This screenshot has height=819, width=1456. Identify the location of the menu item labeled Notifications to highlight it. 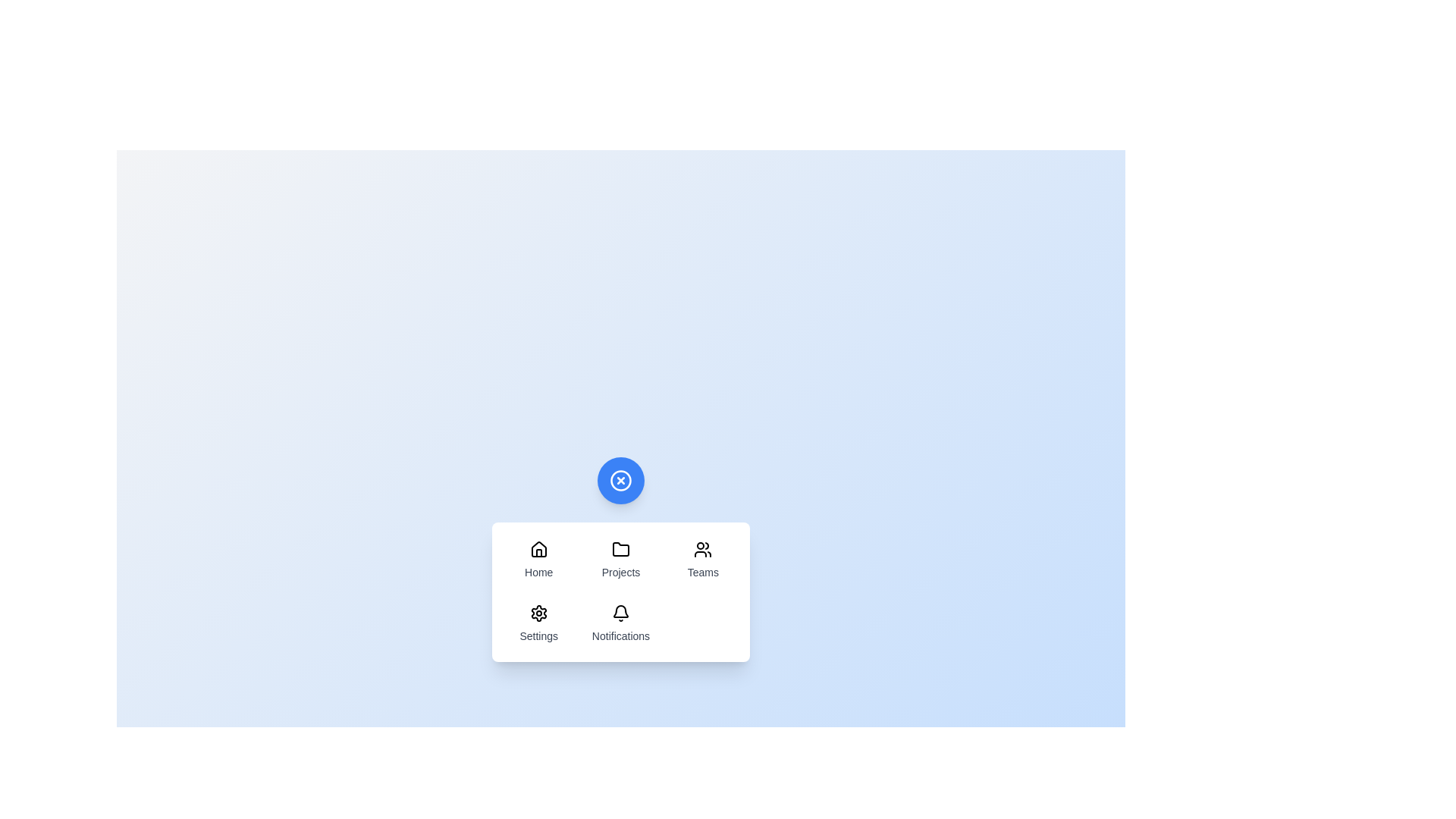
(621, 623).